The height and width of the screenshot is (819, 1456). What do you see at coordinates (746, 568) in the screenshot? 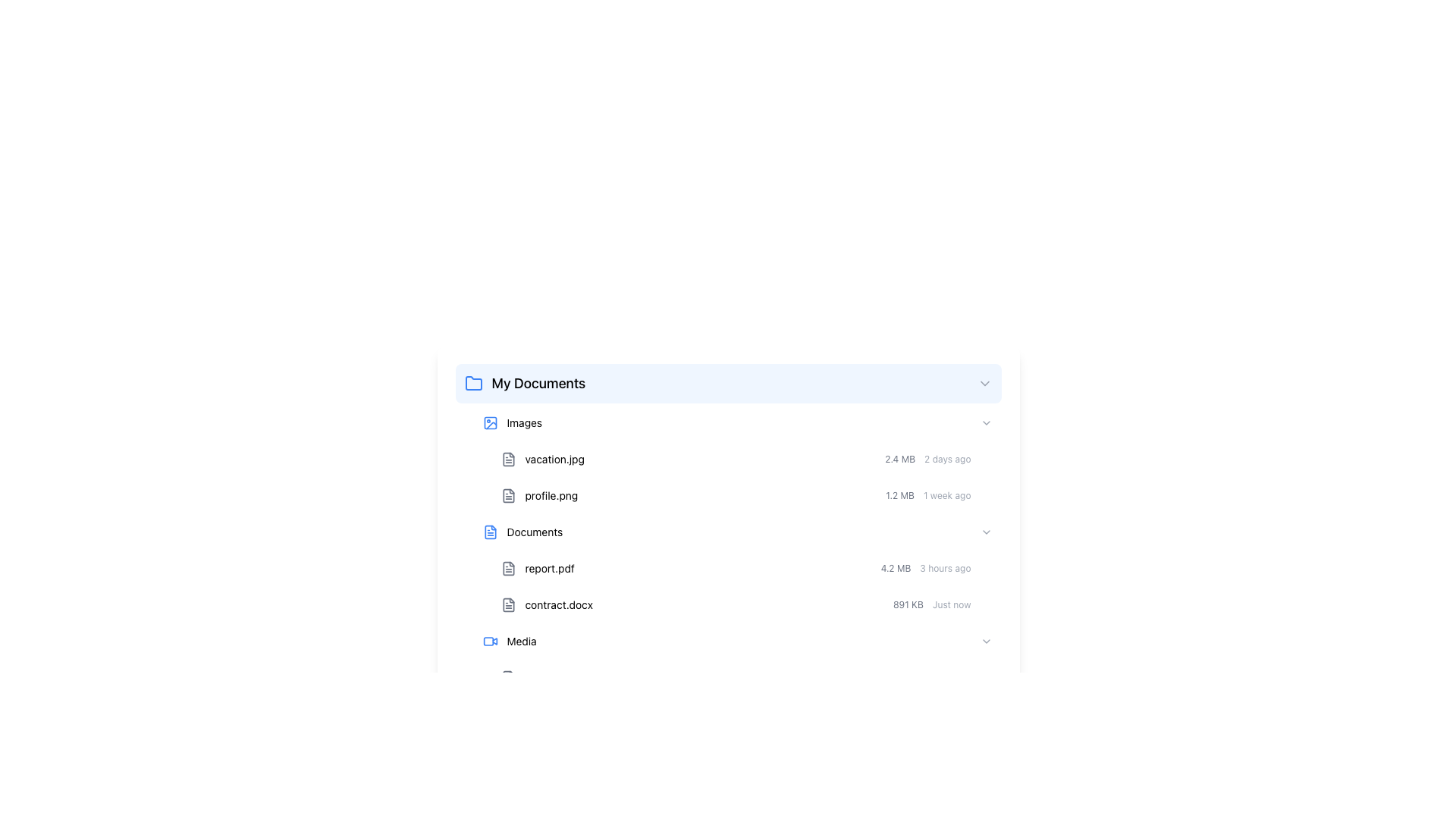
I see `the first file list item` at bounding box center [746, 568].